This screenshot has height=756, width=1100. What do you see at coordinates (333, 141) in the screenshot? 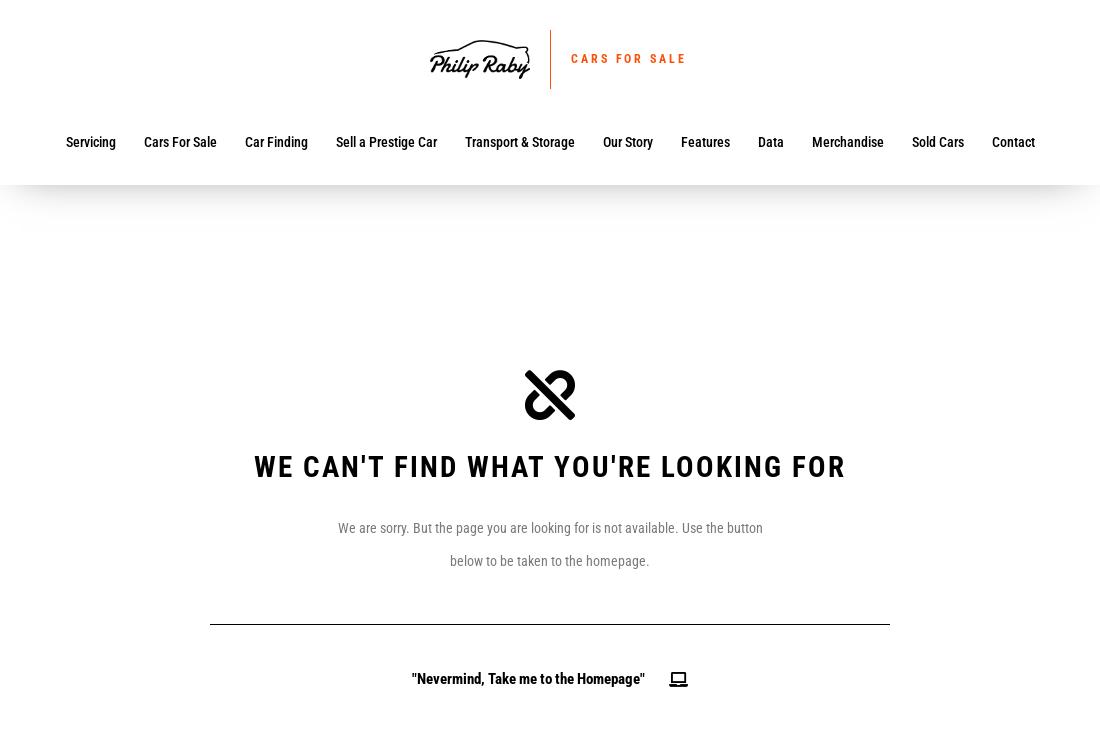
I see `'Sell a Prestige Car'` at bounding box center [333, 141].